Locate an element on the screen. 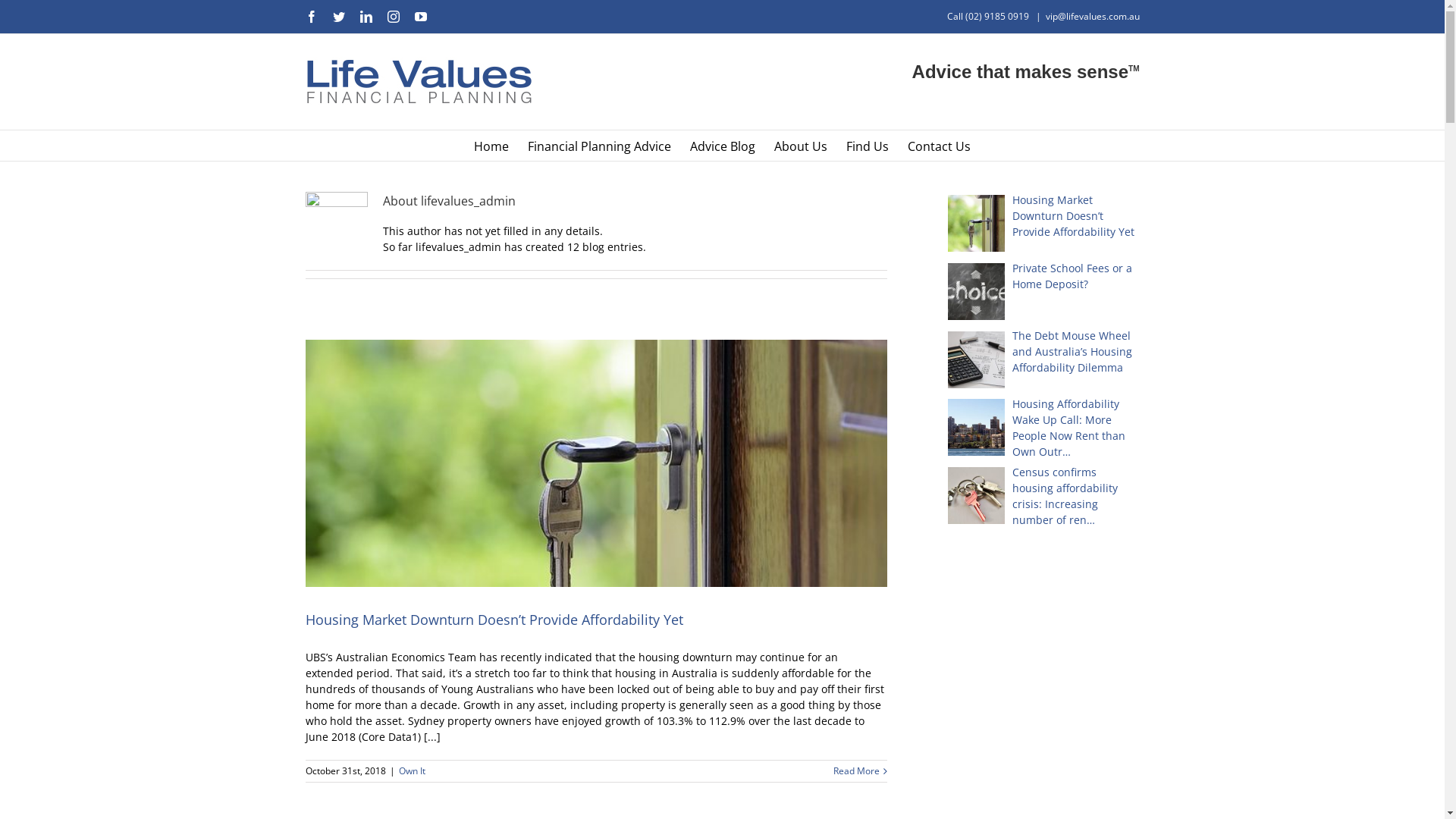 The image size is (1456, 819). 'Read More' is located at coordinates (855, 771).